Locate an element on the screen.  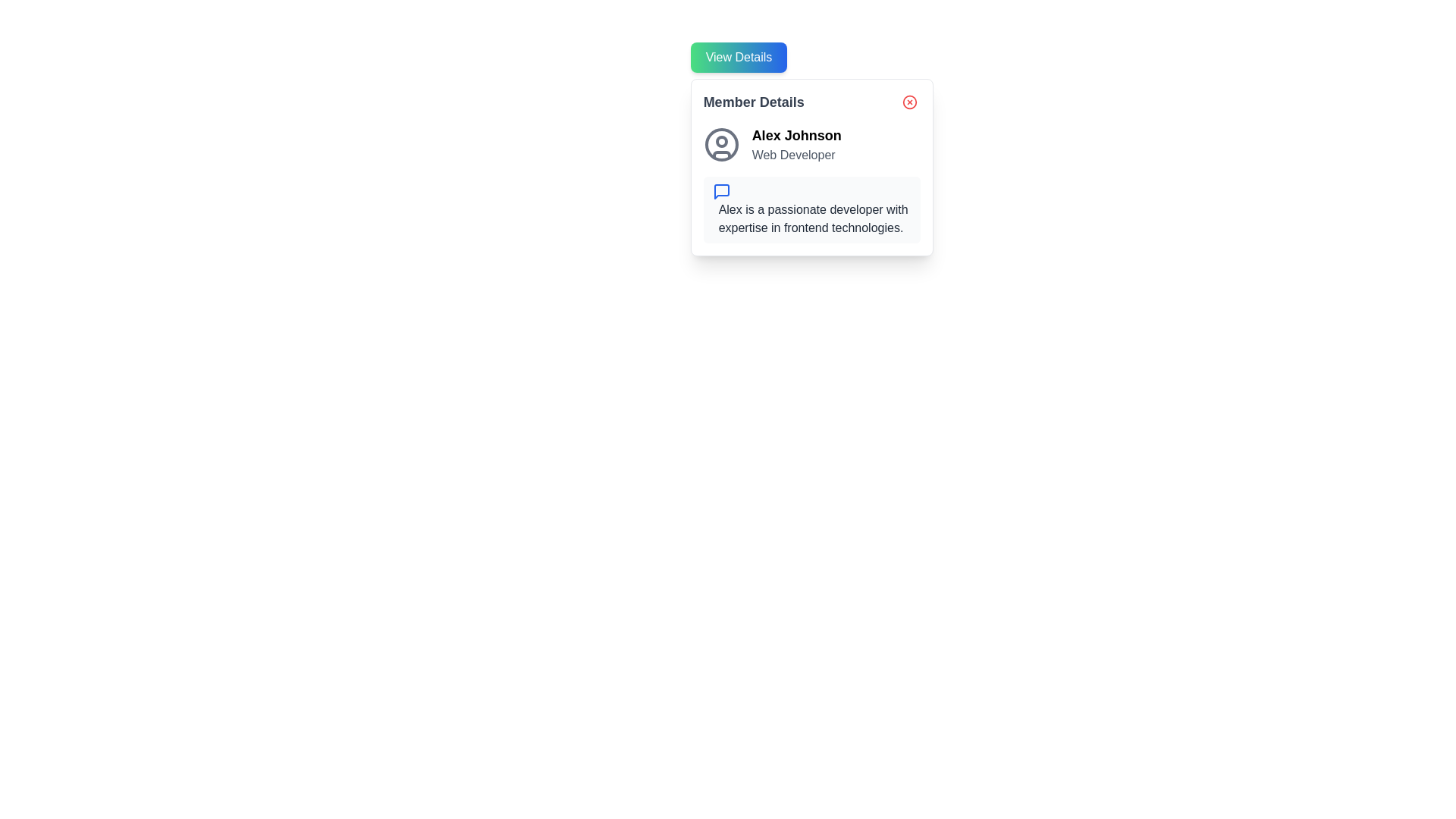
the static text label displaying the person's name located at the upper part of the card, above the 'Web Developer' text and to the right of the user icon is located at coordinates (795, 134).